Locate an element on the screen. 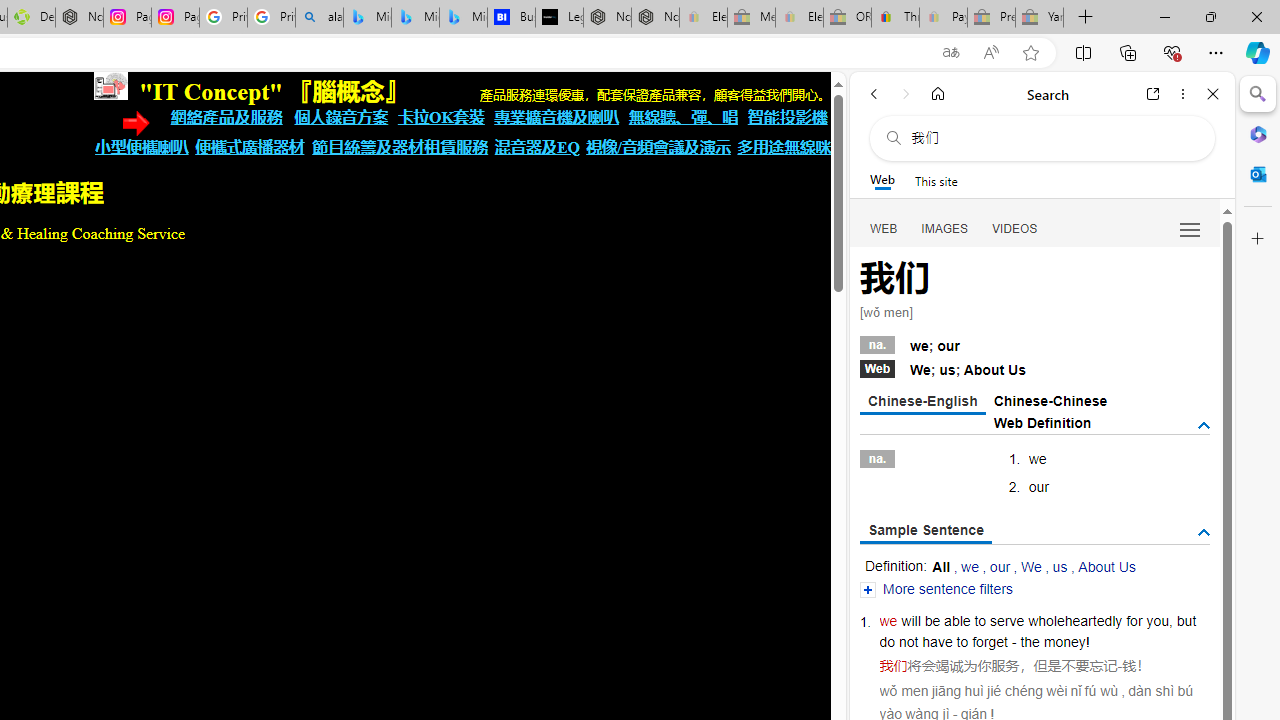  'AutomationID: tgdef_sen' is located at coordinates (1202, 532).